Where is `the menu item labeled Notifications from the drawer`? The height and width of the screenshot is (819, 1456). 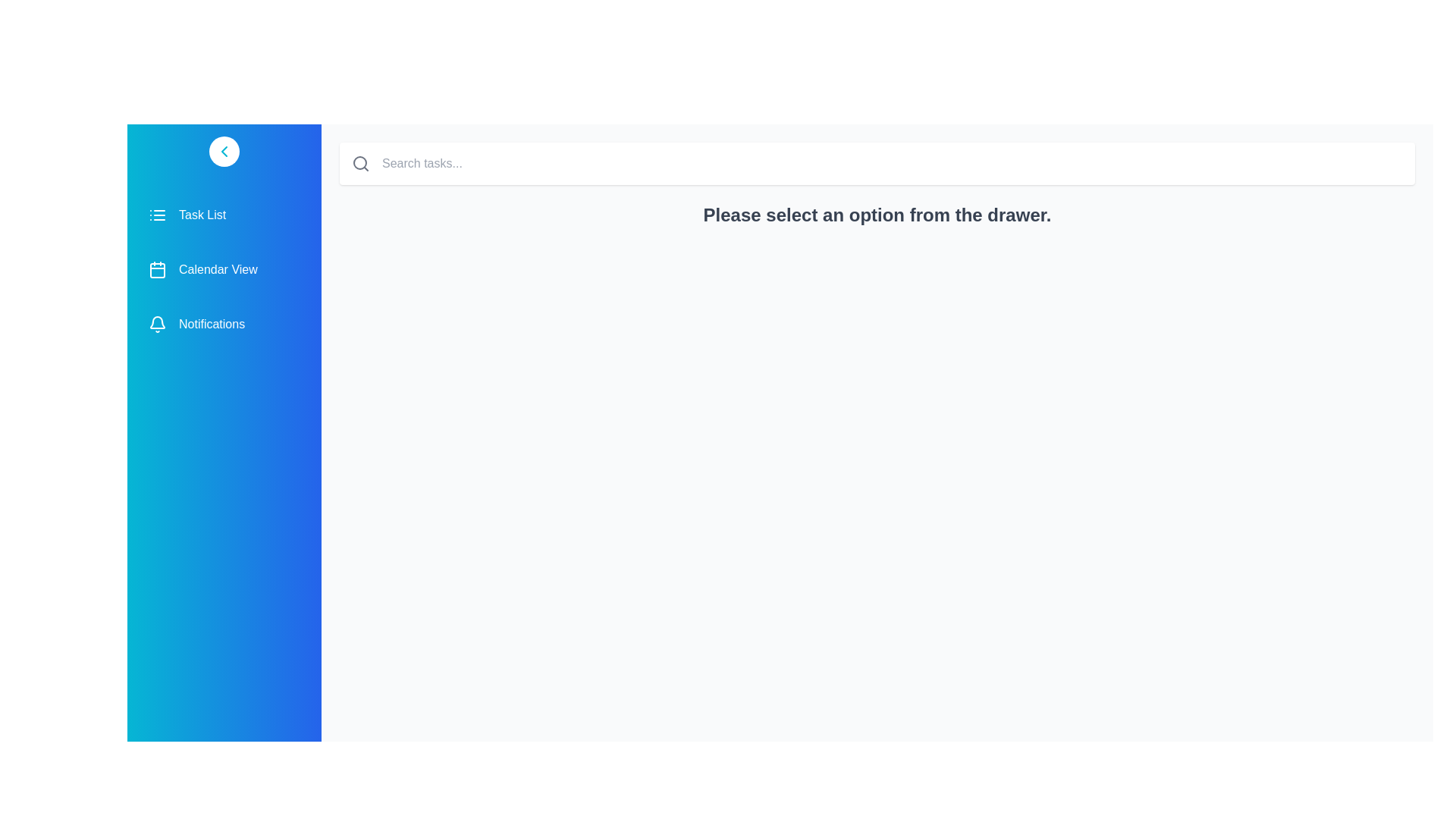 the menu item labeled Notifications from the drawer is located at coordinates (224, 324).